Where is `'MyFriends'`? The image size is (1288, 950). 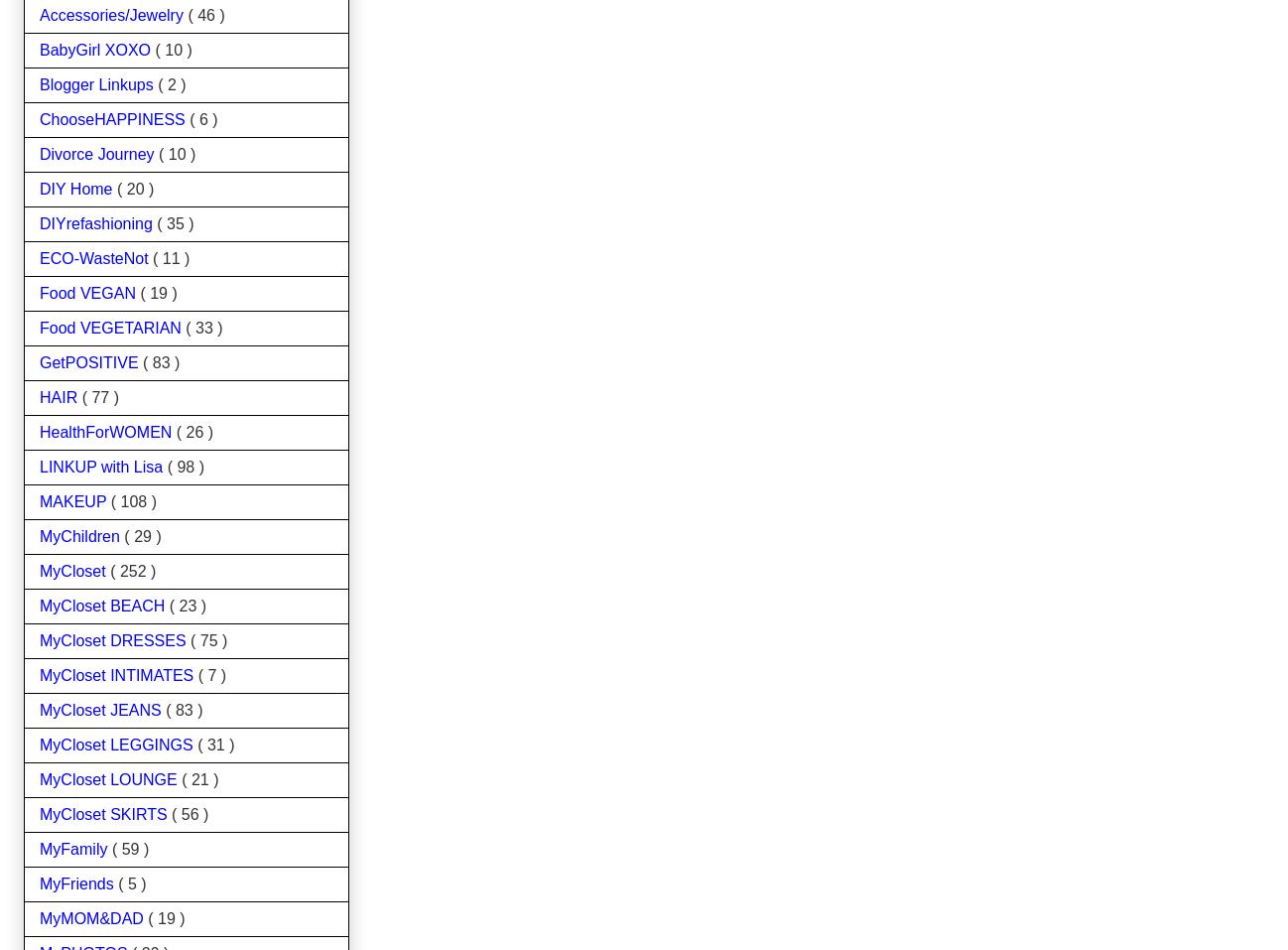 'MyFriends' is located at coordinates (38, 882).